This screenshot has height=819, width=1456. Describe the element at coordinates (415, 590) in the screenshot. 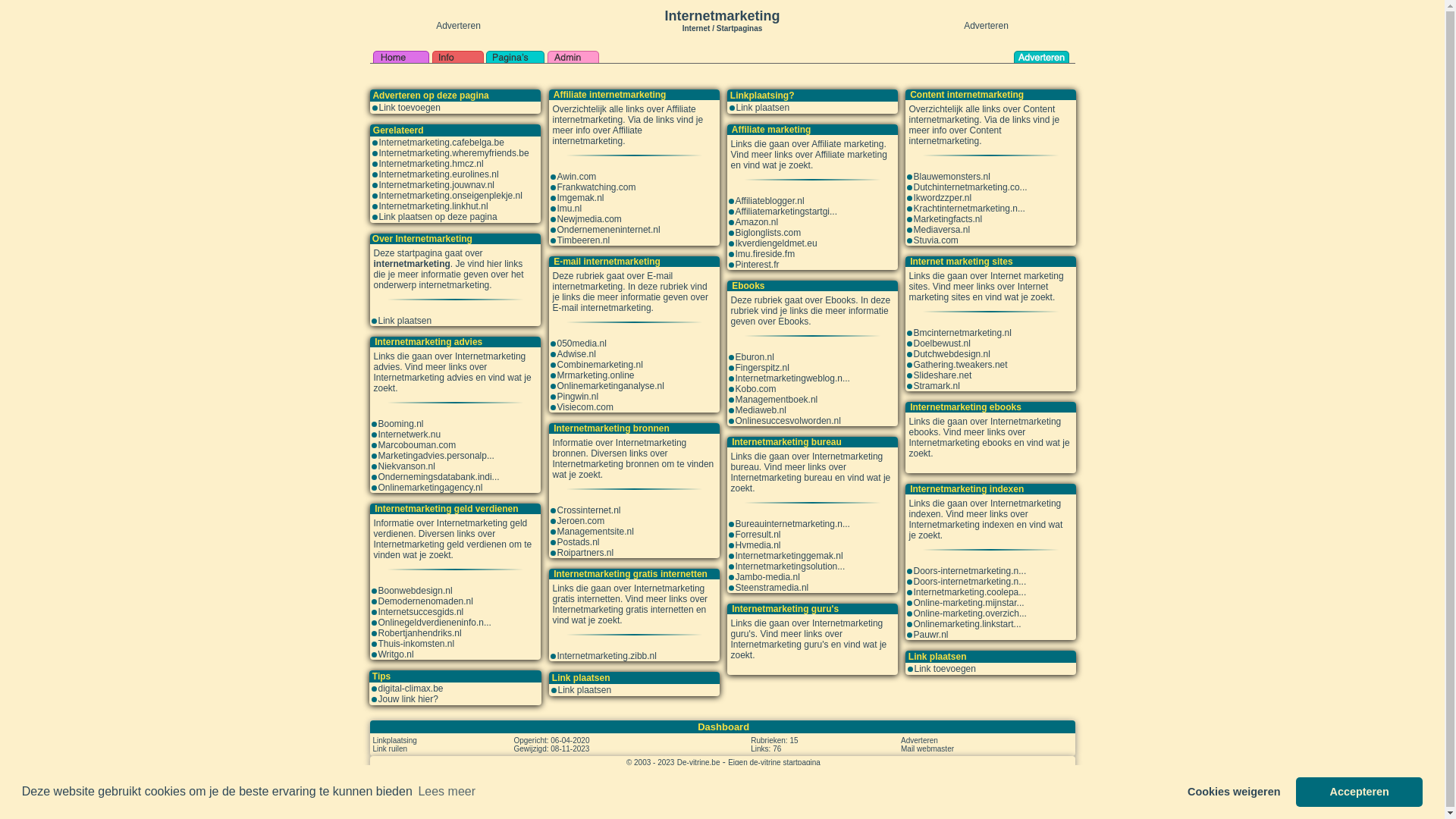

I see `'Boonwebdesign.nl'` at that location.